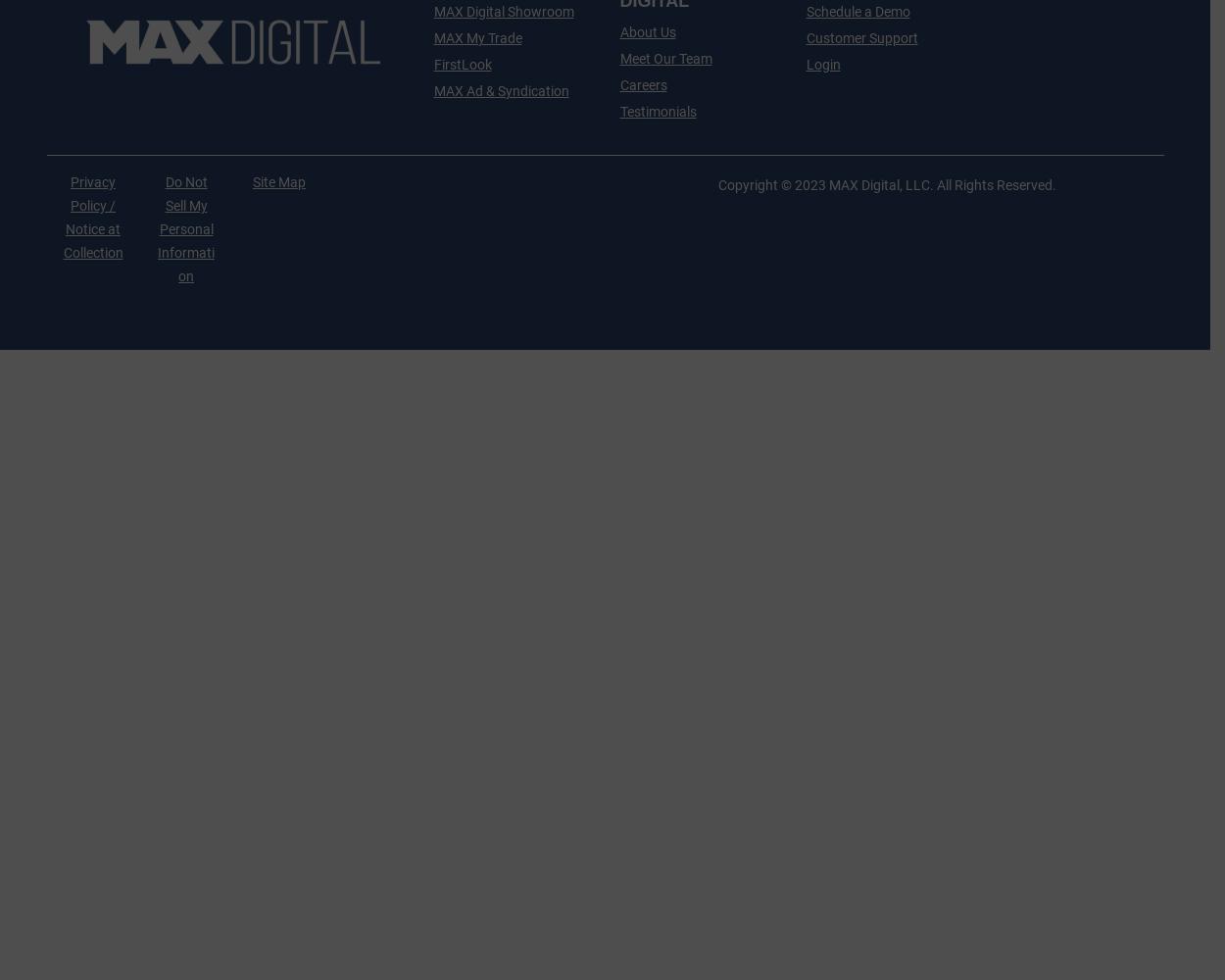 This screenshot has height=980, width=1225. Describe the element at coordinates (185, 228) in the screenshot. I see `'Do Not Sell My Personal Information'` at that location.